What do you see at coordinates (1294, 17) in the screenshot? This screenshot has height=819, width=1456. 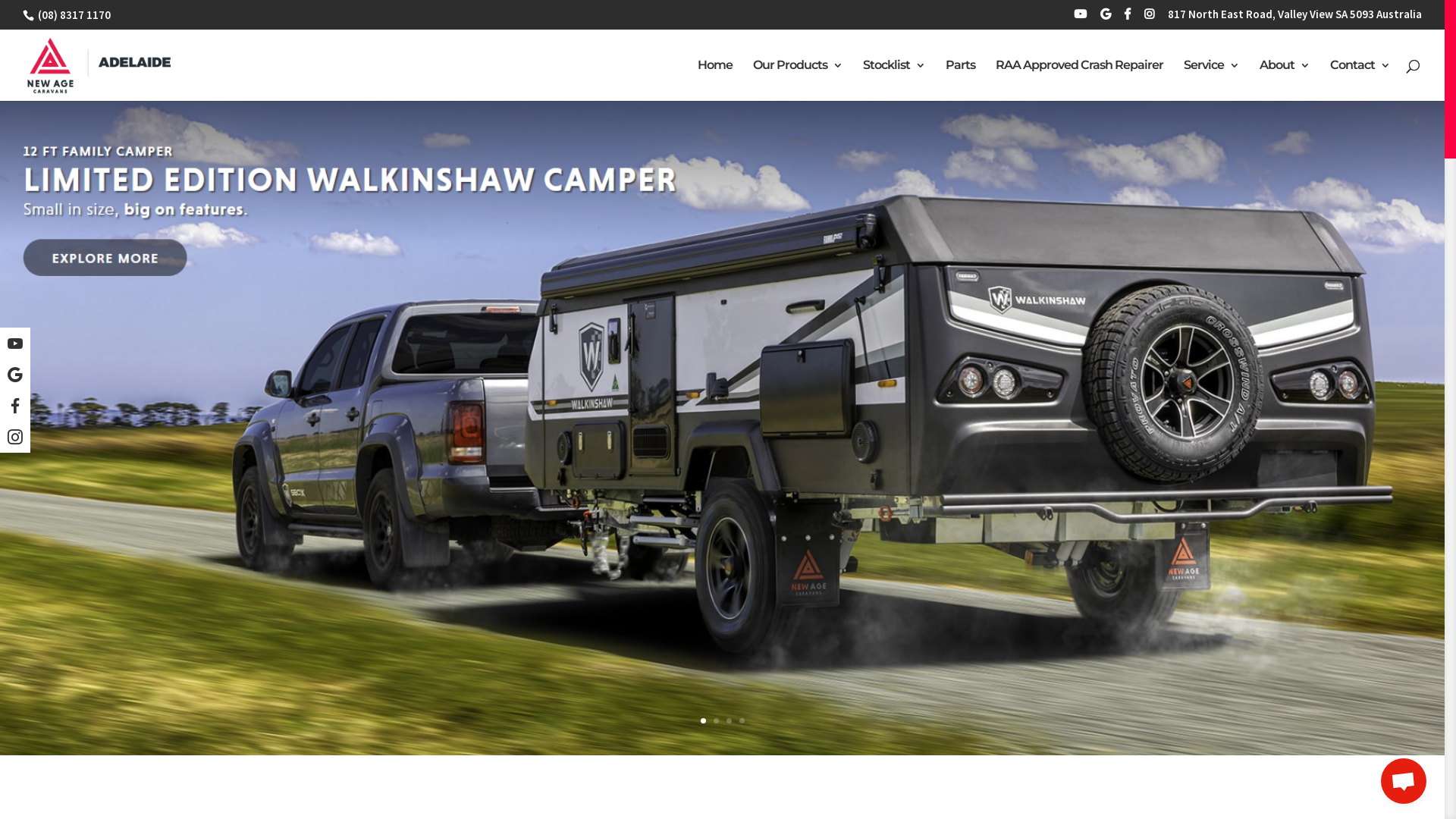 I see `'817 North East Road, Valley View SA 5093 Australia'` at bounding box center [1294, 17].